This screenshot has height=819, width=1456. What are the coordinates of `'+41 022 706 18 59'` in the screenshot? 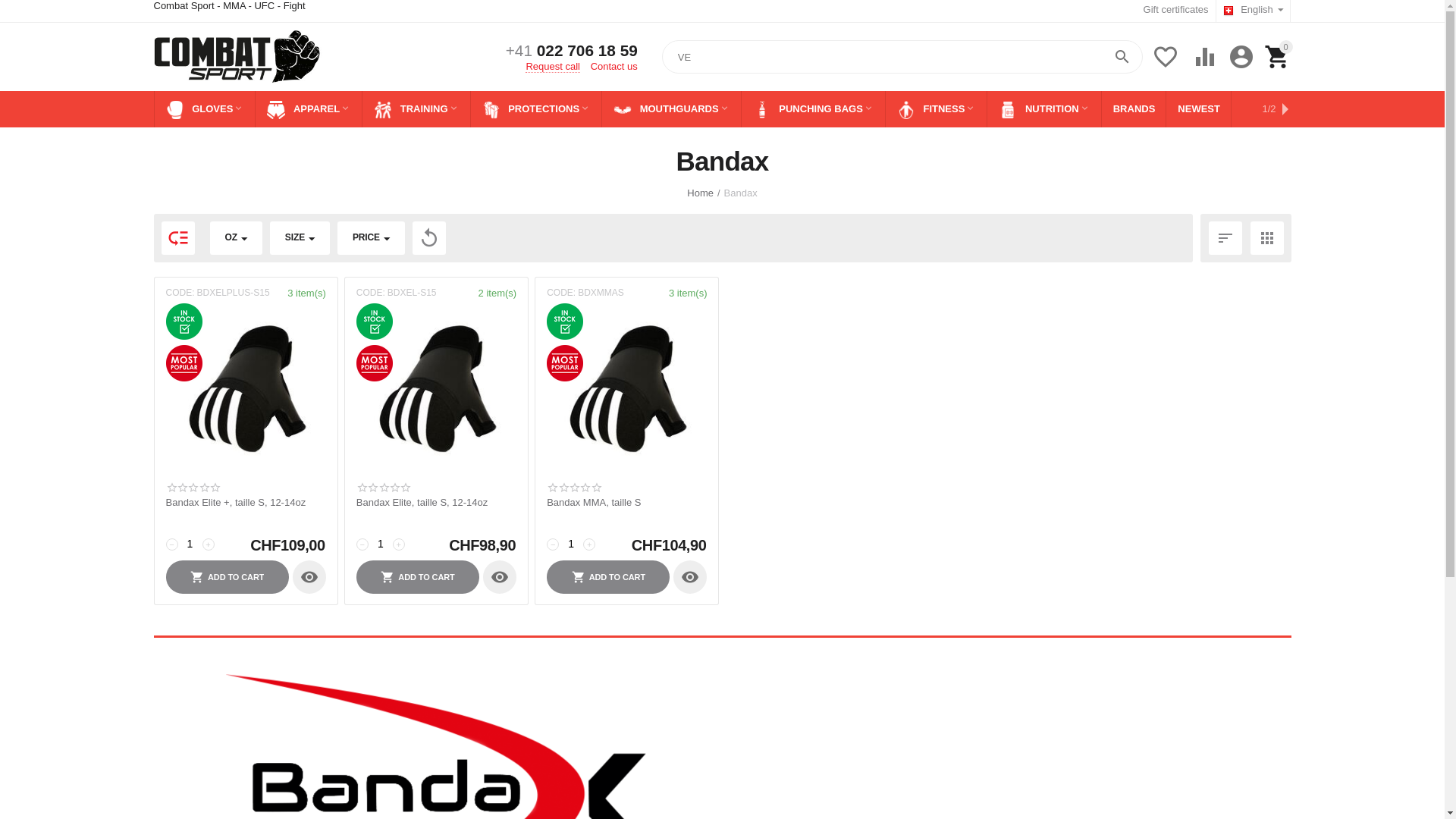 It's located at (506, 50).